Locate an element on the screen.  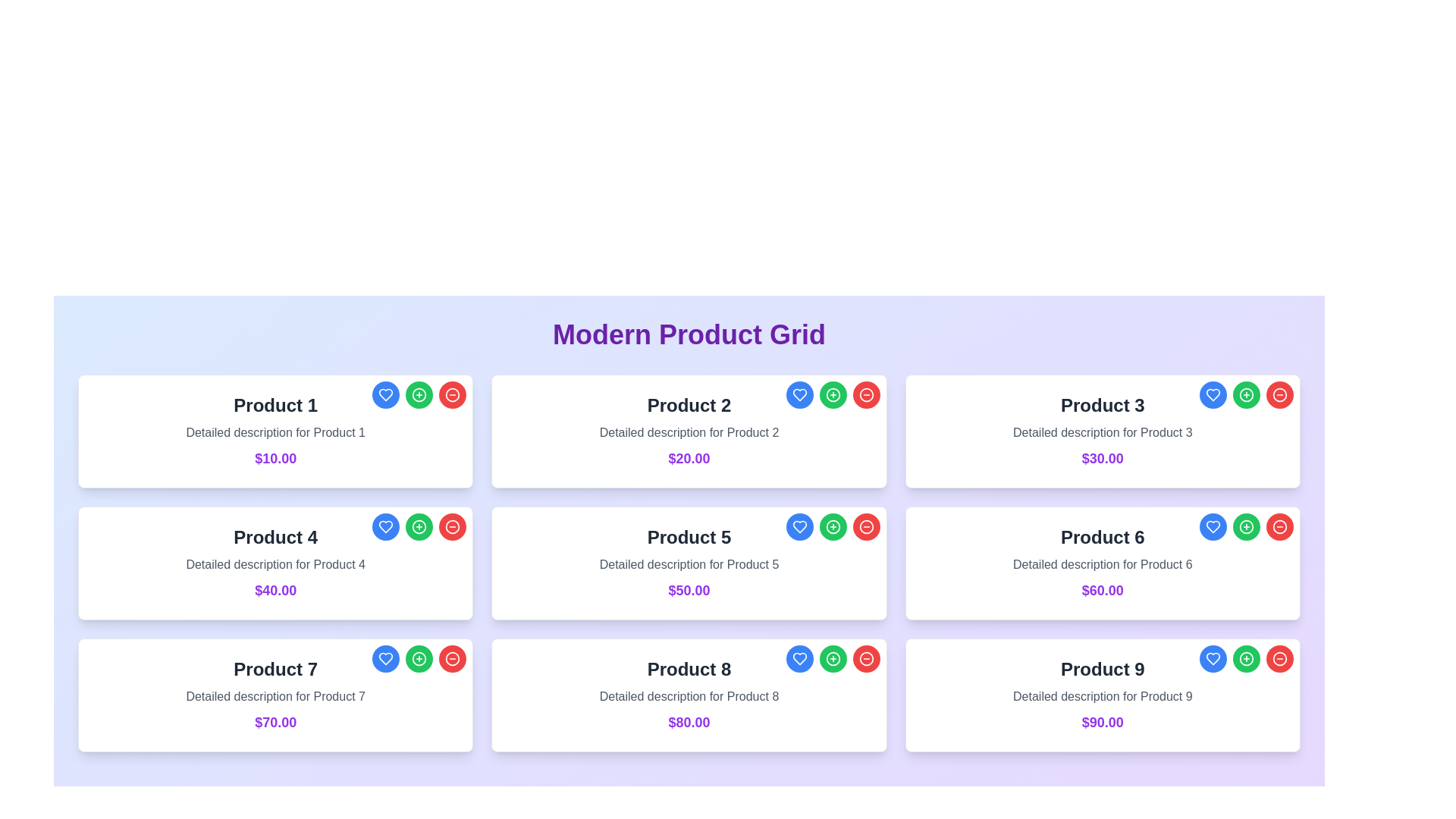
the text label providing additional information about 'Product 3', which is located directly under the title and before the price tag '$30.00' is located at coordinates (1103, 432).